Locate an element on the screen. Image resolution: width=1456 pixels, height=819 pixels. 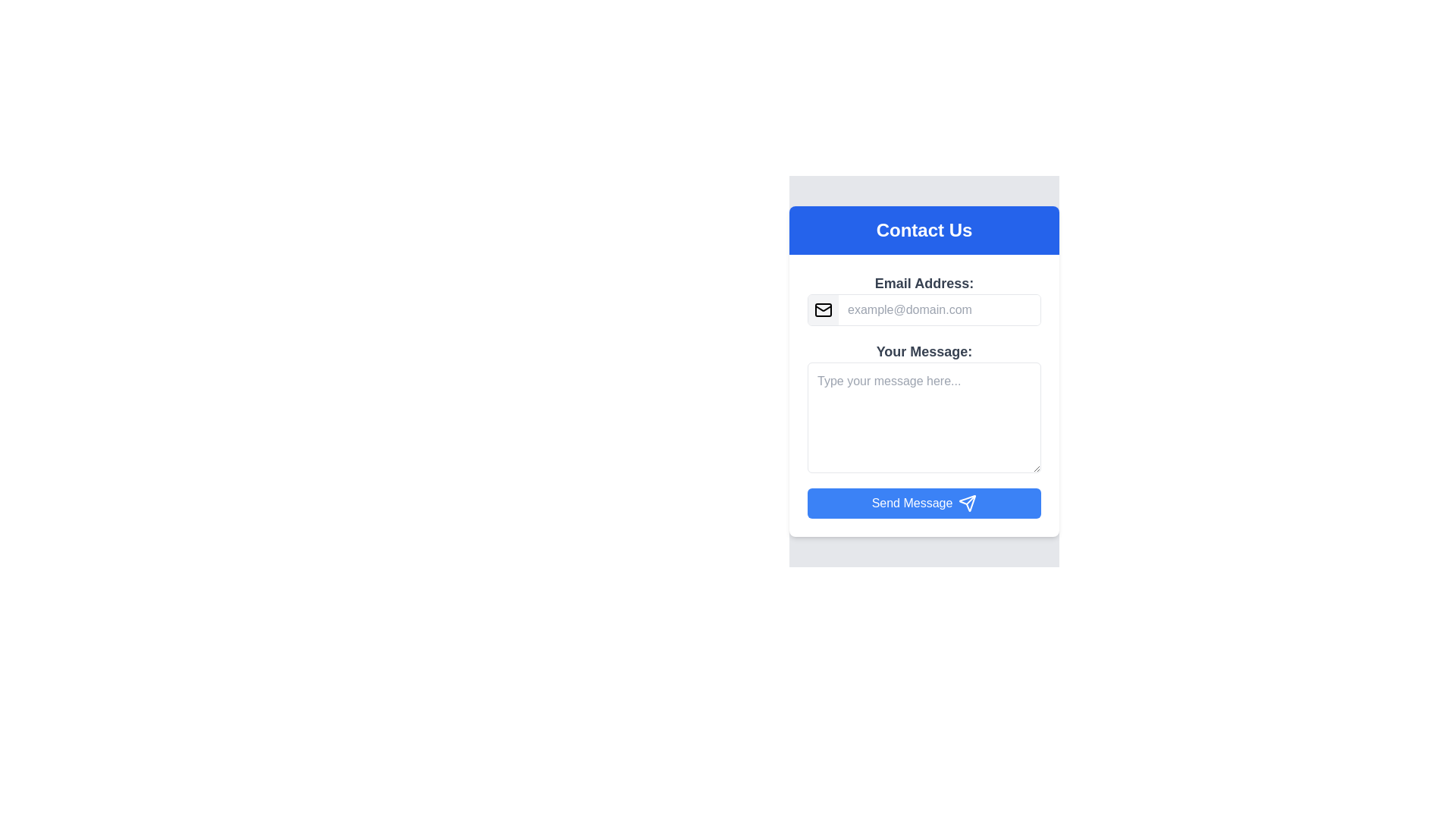
the email input field located in the center of the 'Contact Us' form to focus on it for email address entry is located at coordinates (938, 309).